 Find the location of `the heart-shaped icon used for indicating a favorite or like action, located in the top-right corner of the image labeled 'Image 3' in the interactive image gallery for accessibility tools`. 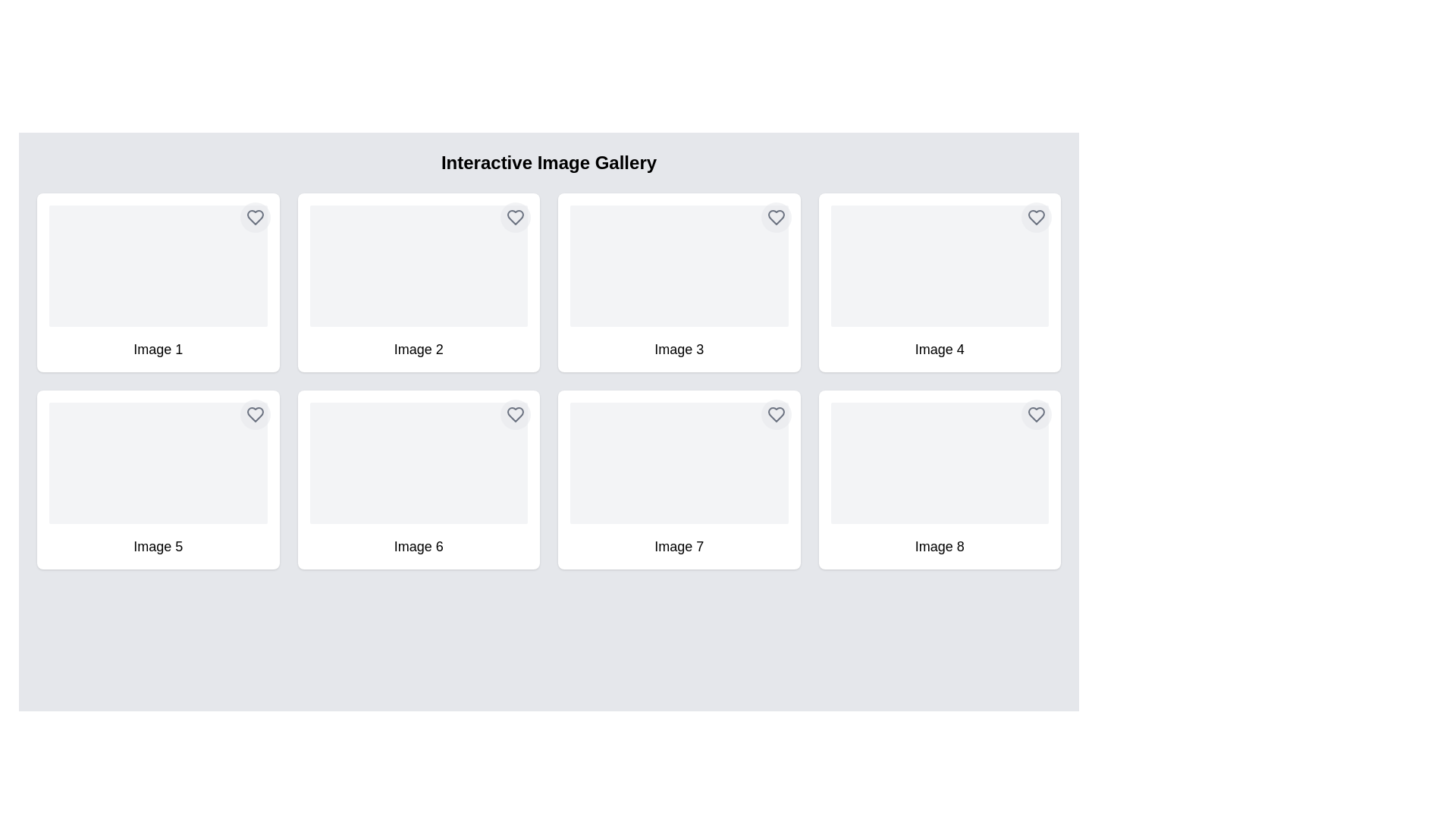

the heart-shaped icon used for indicating a favorite or like action, located in the top-right corner of the image labeled 'Image 3' in the interactive image gallery for accessibility tools is located at coordinates (776, 217).